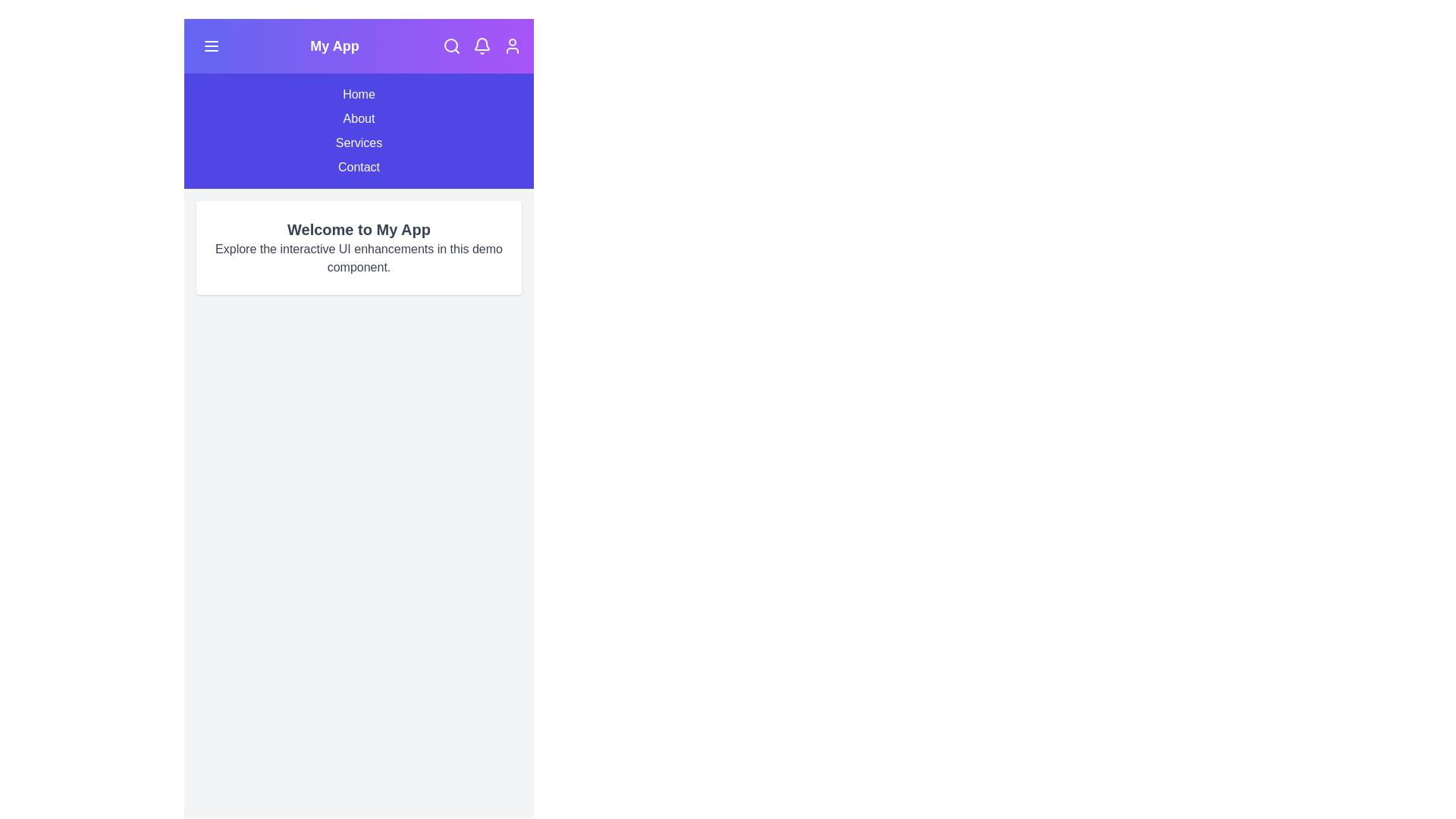 The height and width of the screenshot is (819, 1456). What do you see at coordinates (358, 167) in the screenshot?
I see `the menu item Contact from the navigation menu` at bounding box center [358, 167].